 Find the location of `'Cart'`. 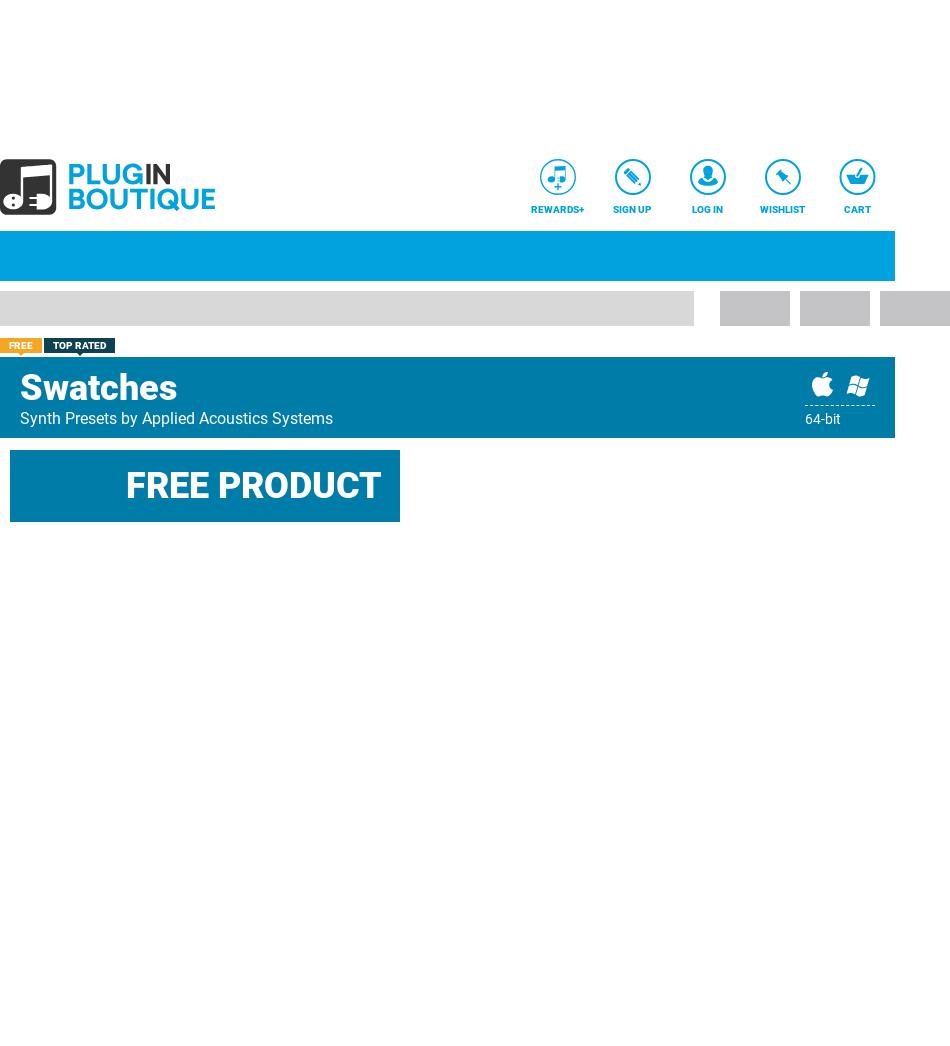

'Cart' is located at coordinates (856, 209).